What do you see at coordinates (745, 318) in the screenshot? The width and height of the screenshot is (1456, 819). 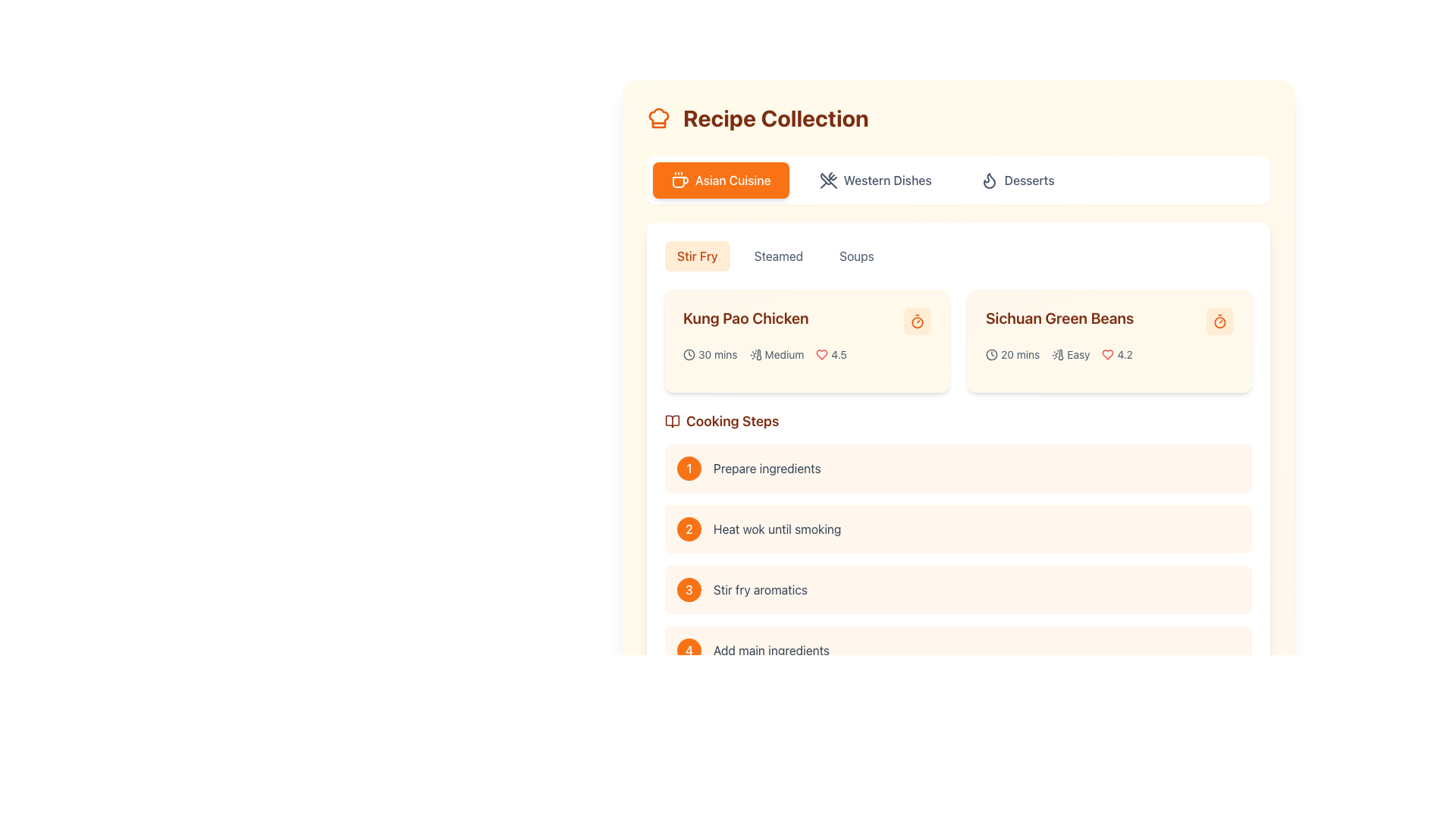 I see `the text label for 'Kung Pao Chicken' which identifies the recipe and is located in the upper-left section of the card, preceding the timer icon` at bounding box center [745, 318].